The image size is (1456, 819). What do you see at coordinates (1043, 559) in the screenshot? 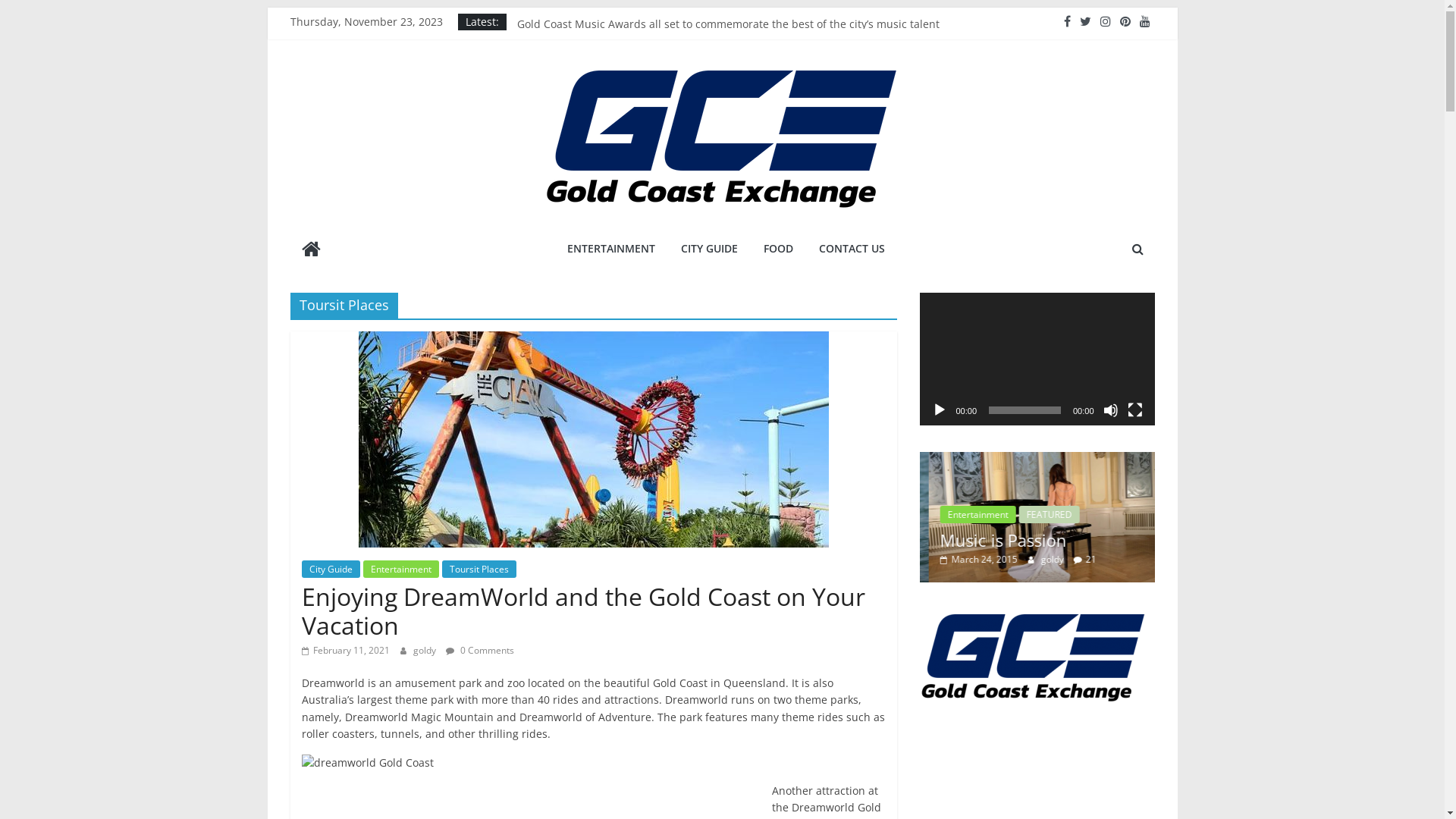
I see `'goldy'` at bounding box center [1043, 559].